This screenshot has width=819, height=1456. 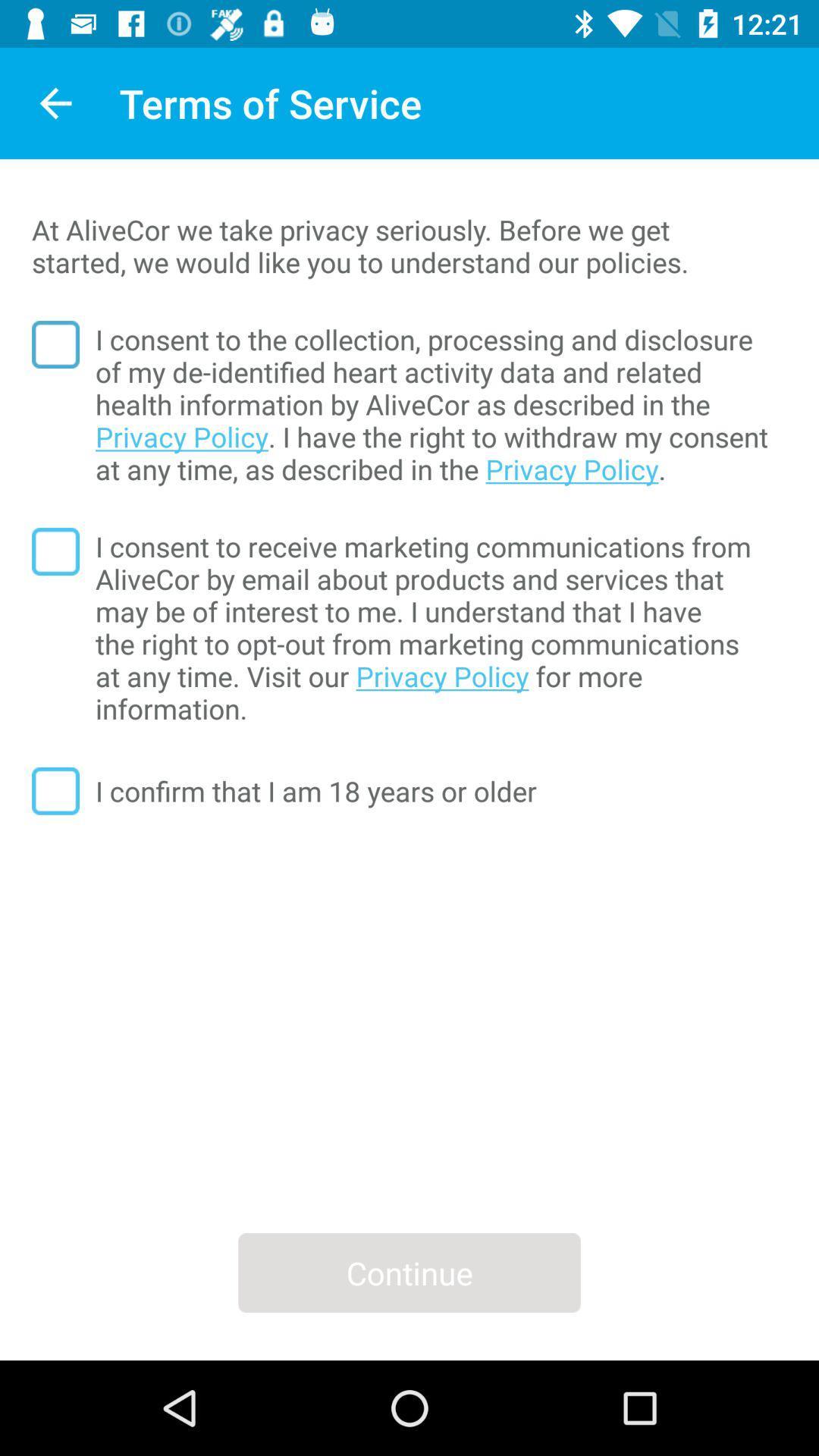 What do you see at coordinates (55, 102) in the screenshot?
I see `app next to the terms of service icon` at bounding box center [55, 102].